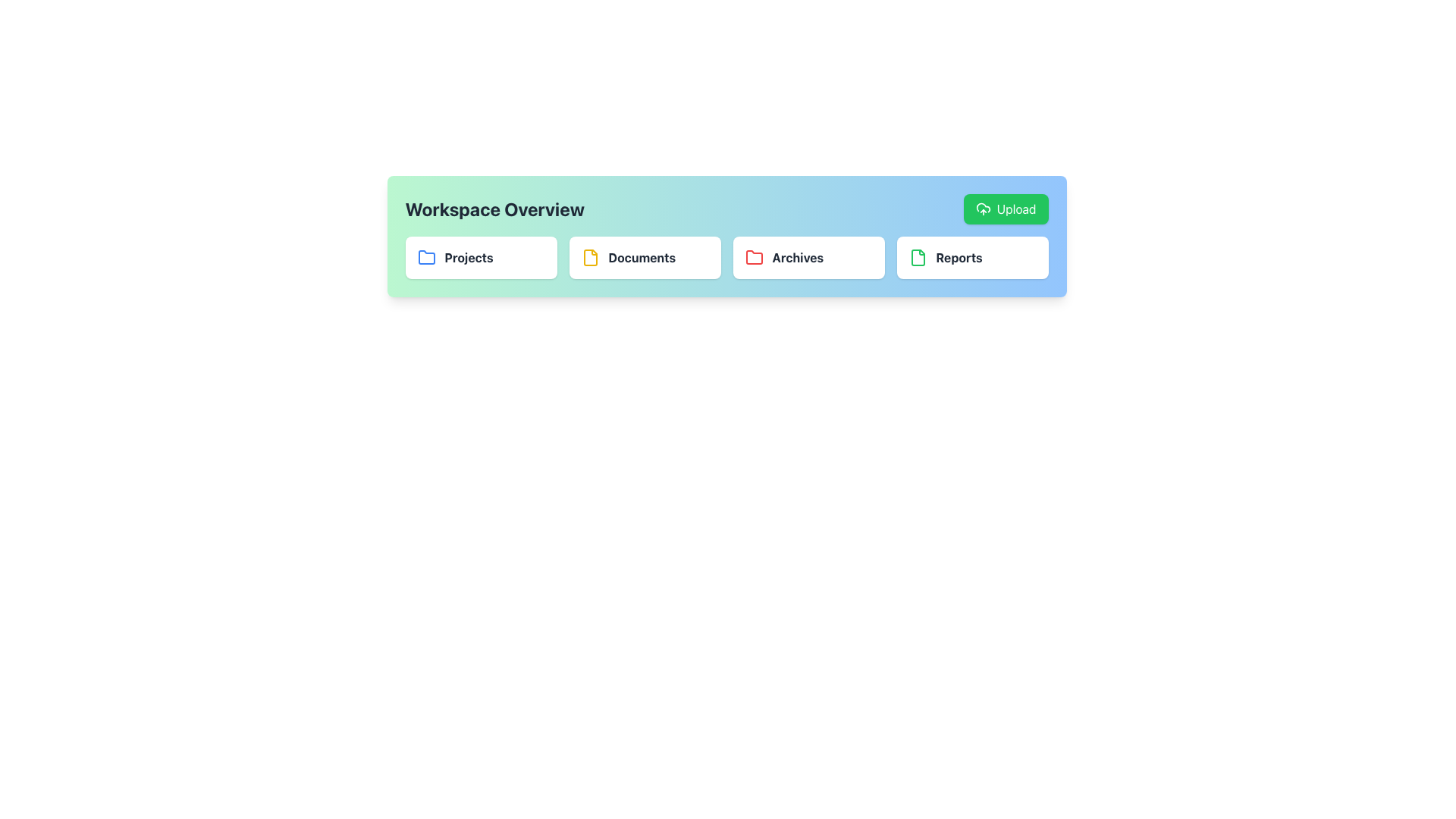 The width and height of the screenshot is (1456, 819). I want to click on the white rectangular Content Card labeled 'Archives', which is the third card in a horizontal grid layout, so click(808, 256).